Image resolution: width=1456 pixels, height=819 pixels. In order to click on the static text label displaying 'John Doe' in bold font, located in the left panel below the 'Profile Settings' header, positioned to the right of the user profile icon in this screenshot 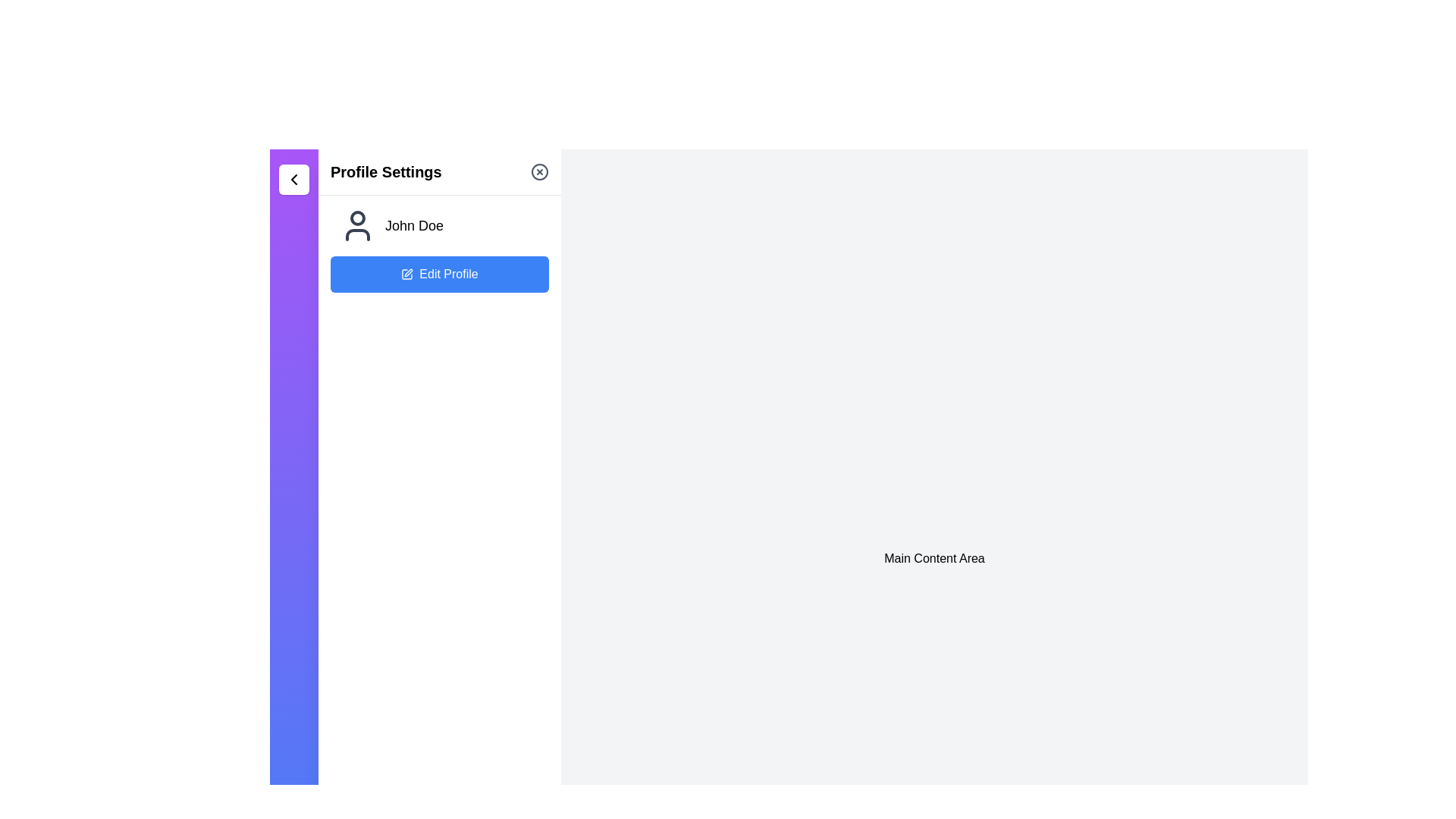, I will do `click(414, 225)`.